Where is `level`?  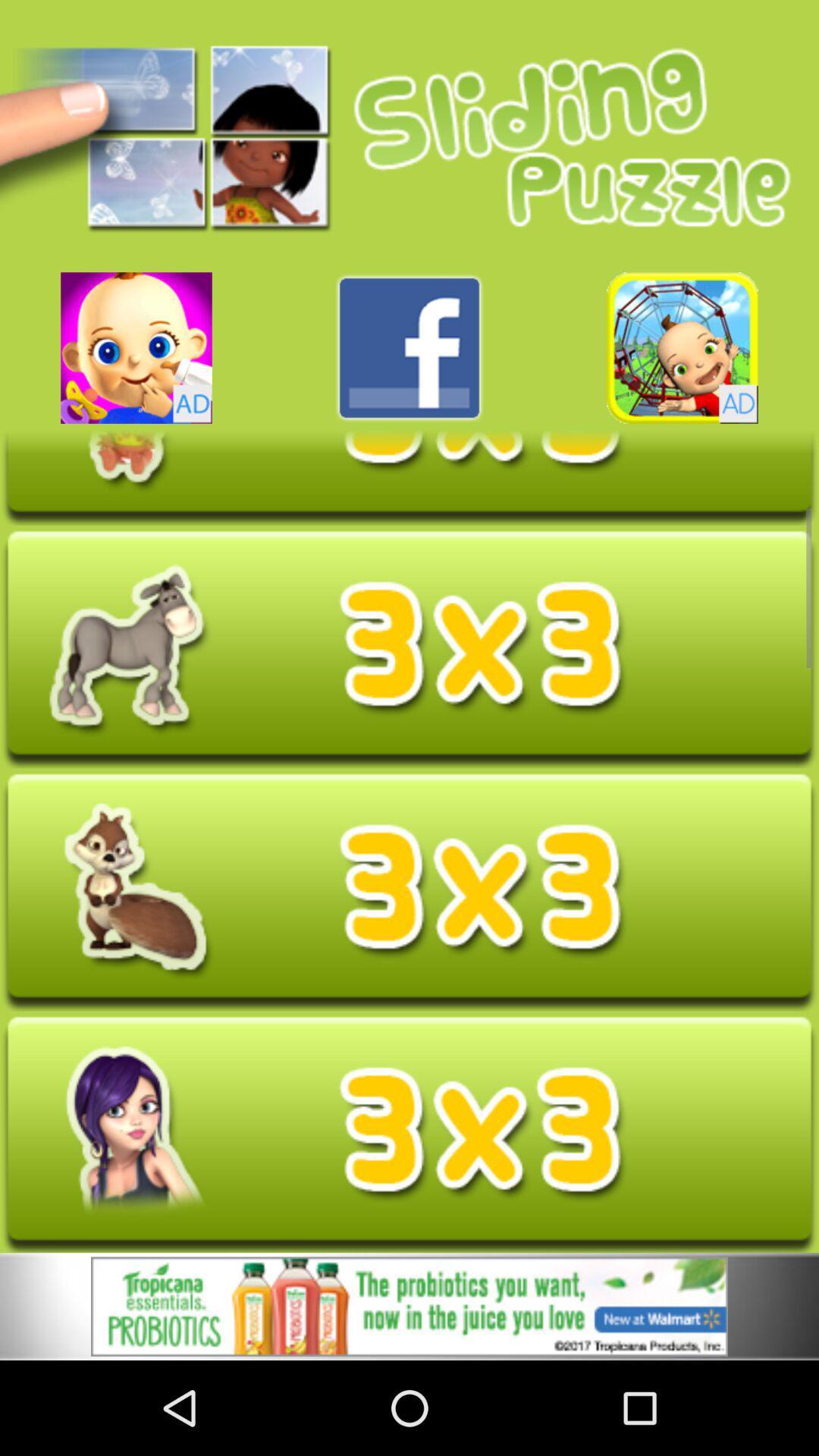
level is located at coordinates (409, 892).